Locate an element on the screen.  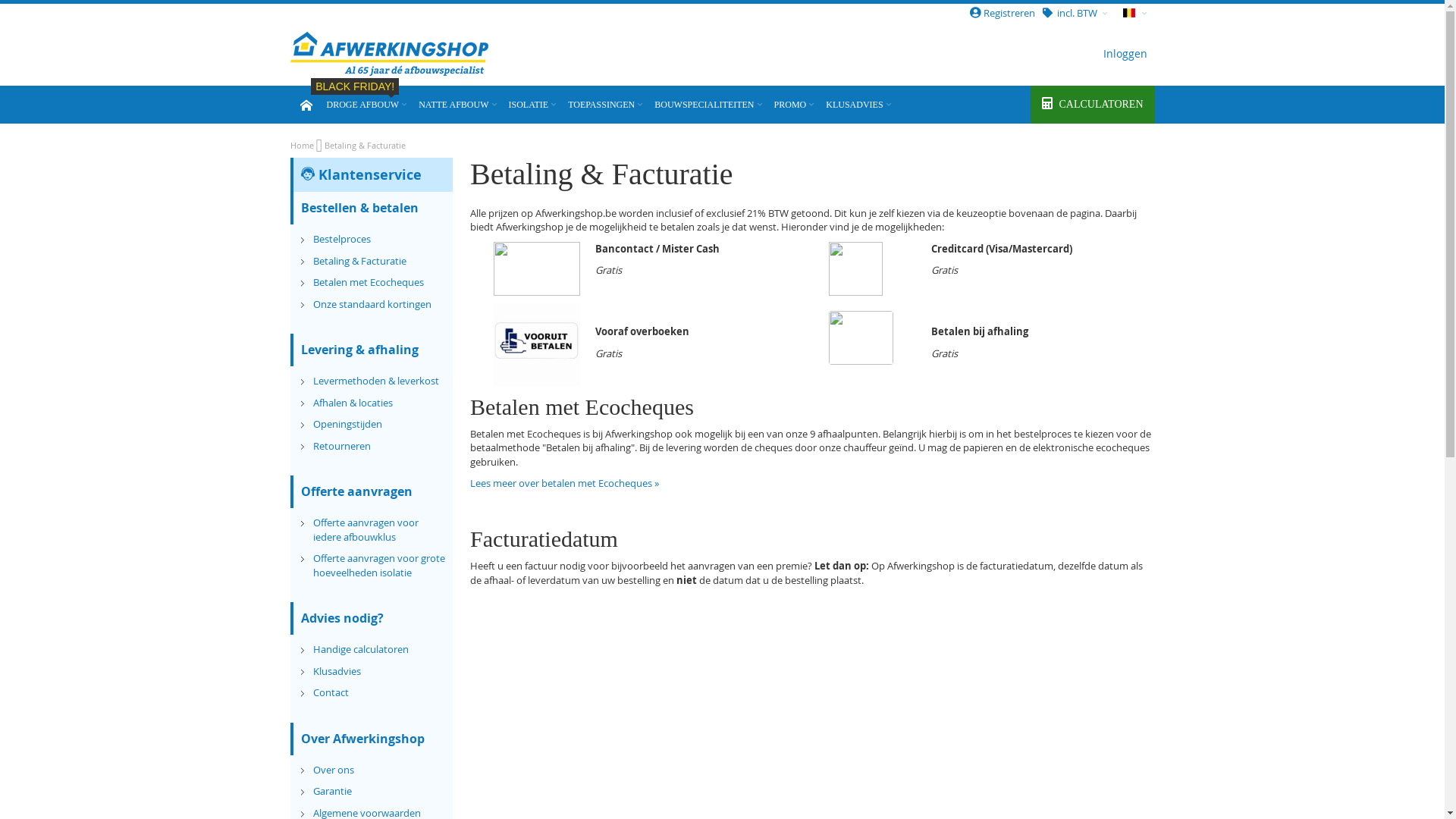
'KLUSADVIES' is located at coordinates (859, 104).